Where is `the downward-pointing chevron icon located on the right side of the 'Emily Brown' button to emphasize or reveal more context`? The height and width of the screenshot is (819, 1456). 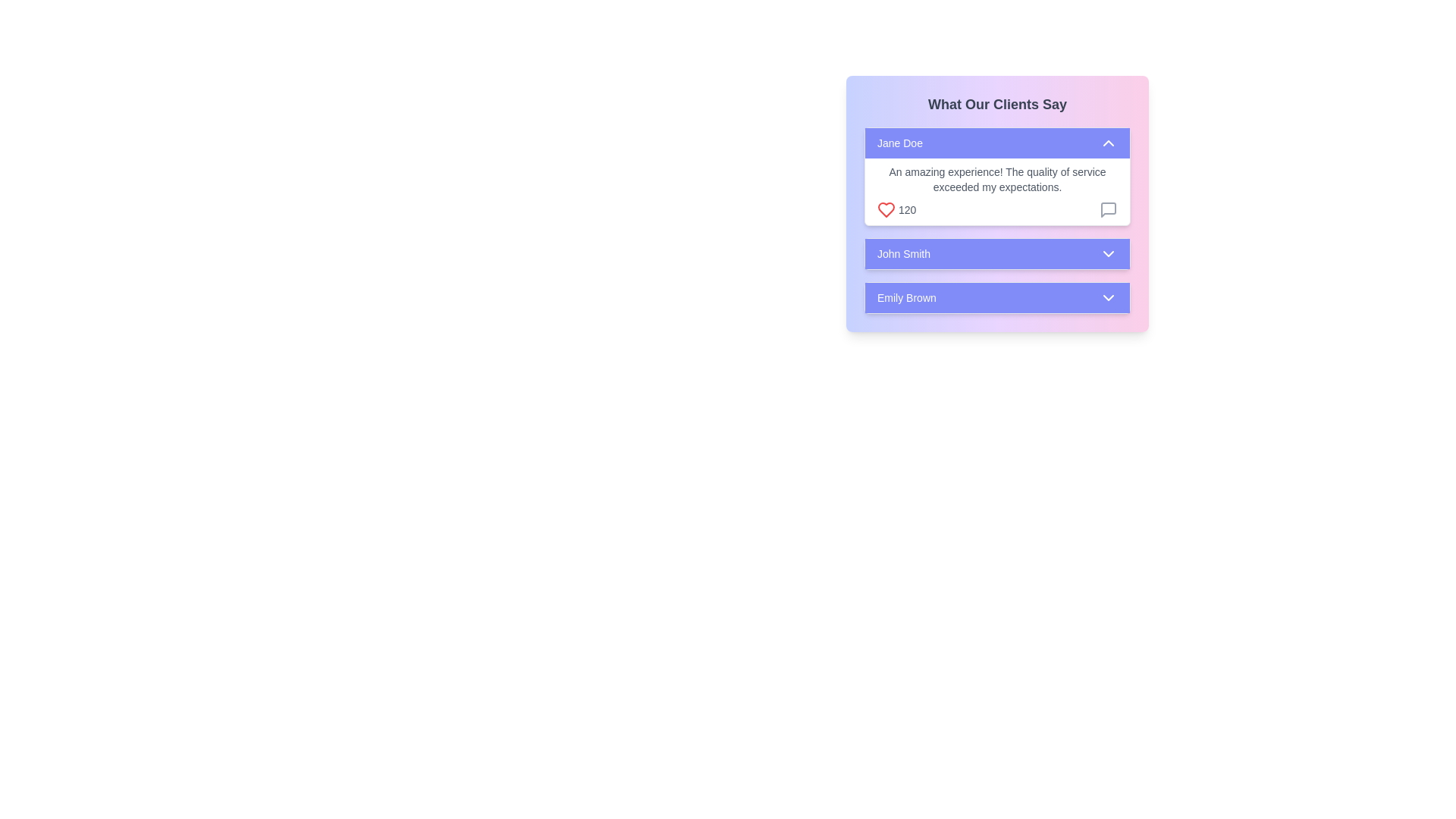
the downward-pointing chevron icon located on the right side of the 'Emily Brown' button to emphasize or reveal more context is located at coordinates (1109, 298).